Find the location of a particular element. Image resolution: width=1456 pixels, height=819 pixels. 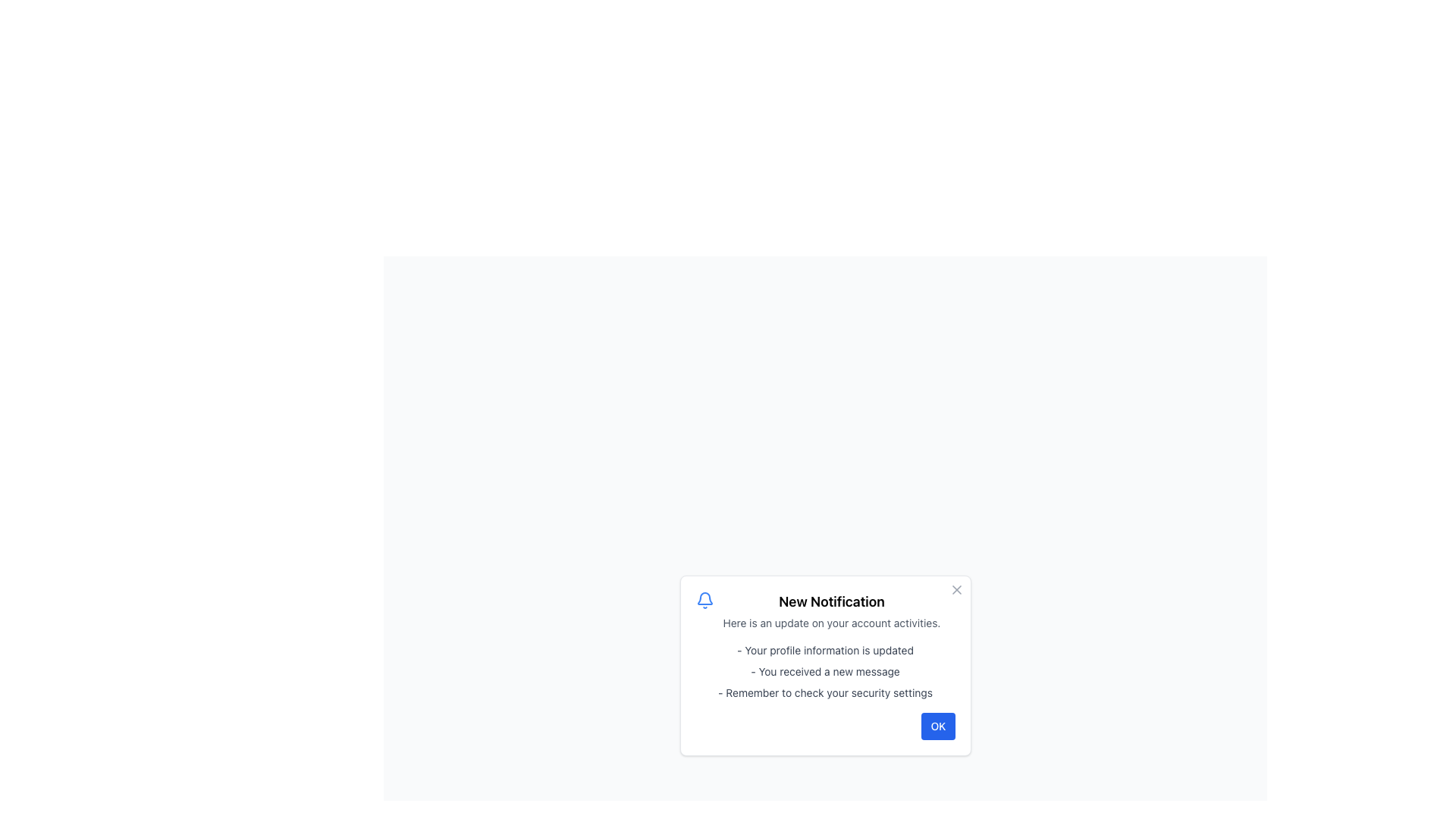

the diagonal cross icon ('X') located in the upper-right corner of the notification modal is located at coordinates (955, 589).